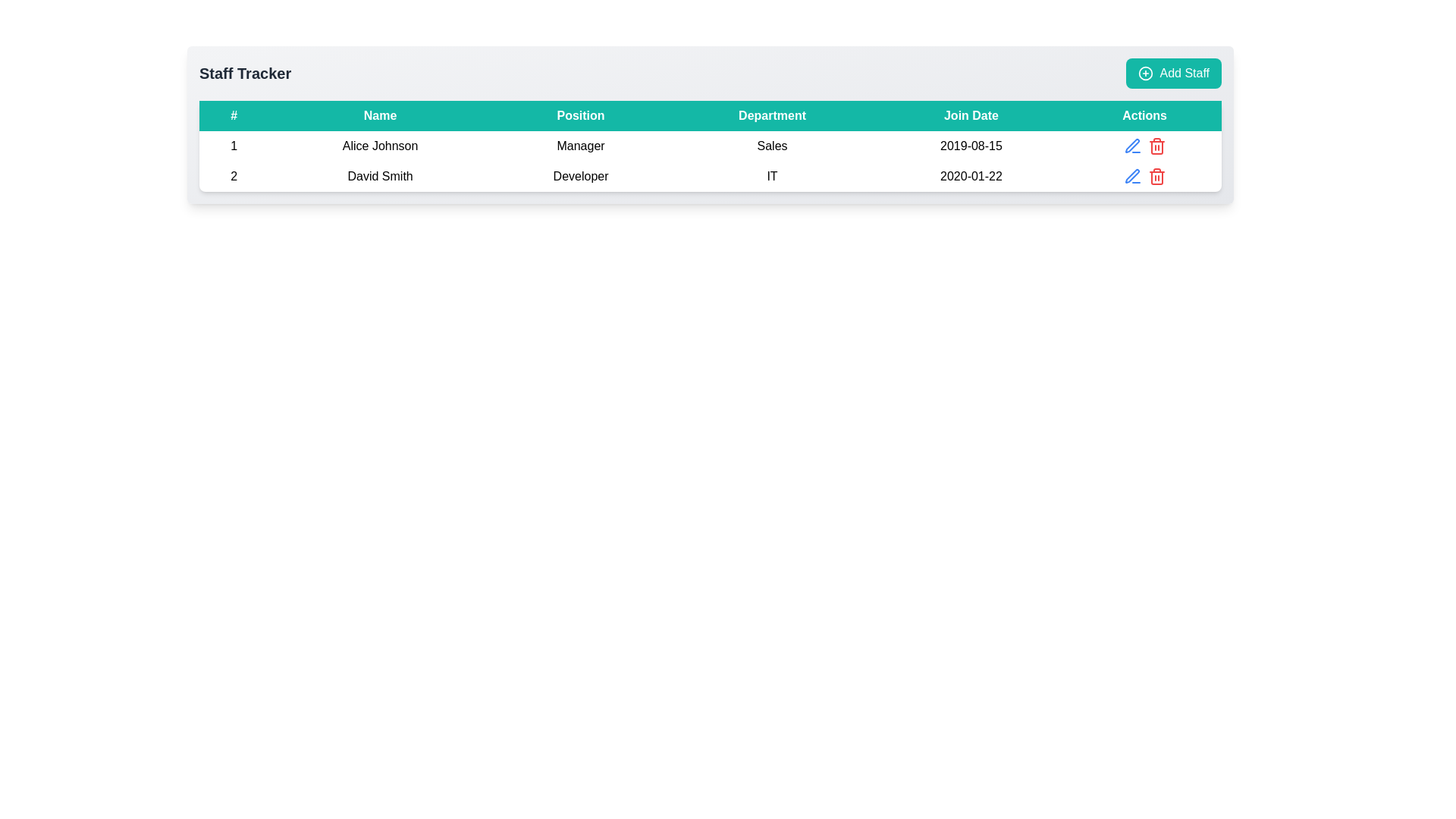 Image resolution: width=1456 pixels, height=819 pixels. What do you see at coordinates (1144, 115) in the screenshot?
I see `the 'Actions' column header text label, which is the last column header in the table, located at the top-right corner of the header row` at bounding box center [1144, 115].